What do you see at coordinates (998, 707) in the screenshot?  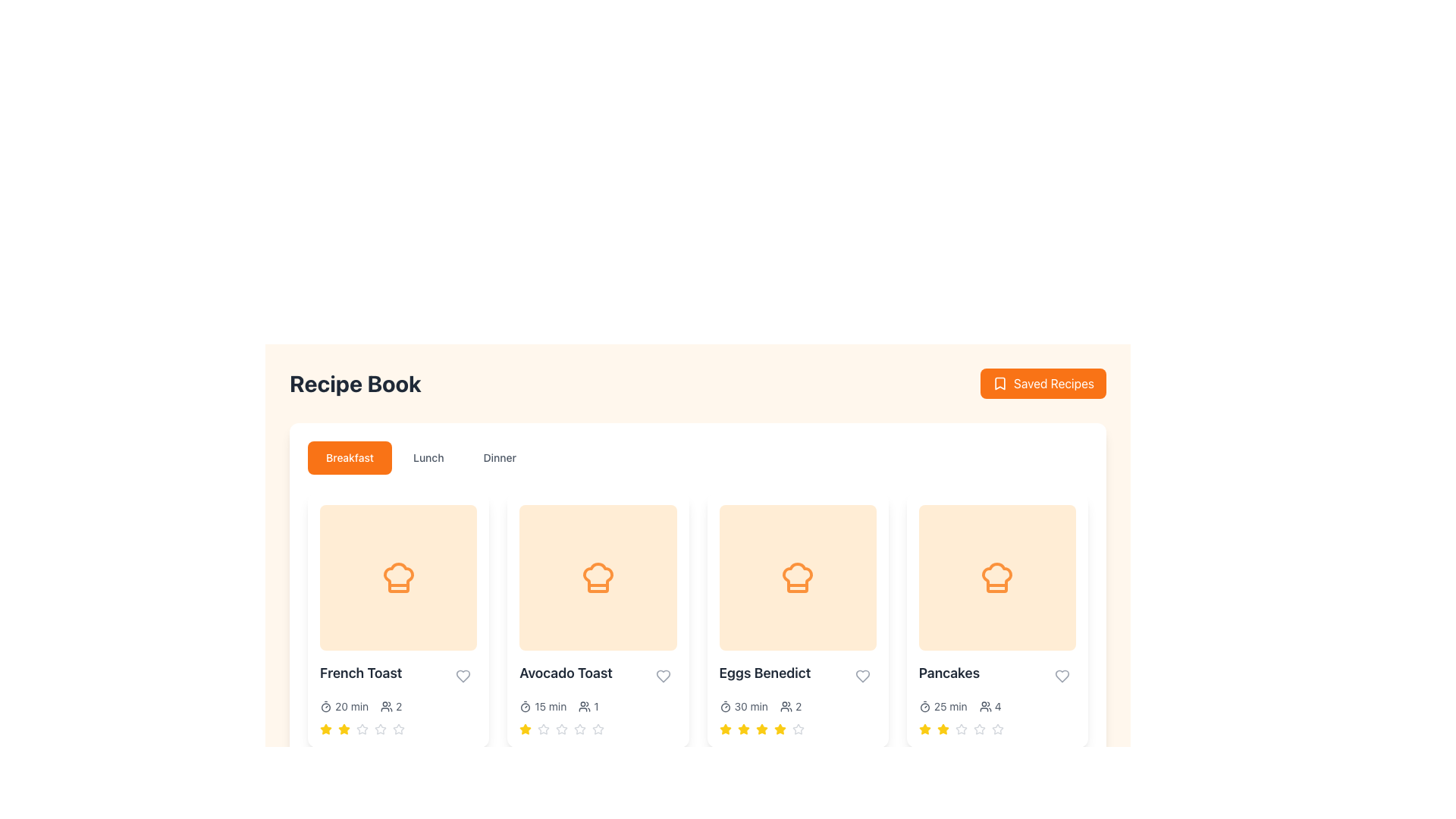 I see `the static text or icon indicating the count of servings for the Pancakes recipe, located at the bottom-right corner of the Pancakes card in the Recipe Book interface` at bounding box center [998, 707].